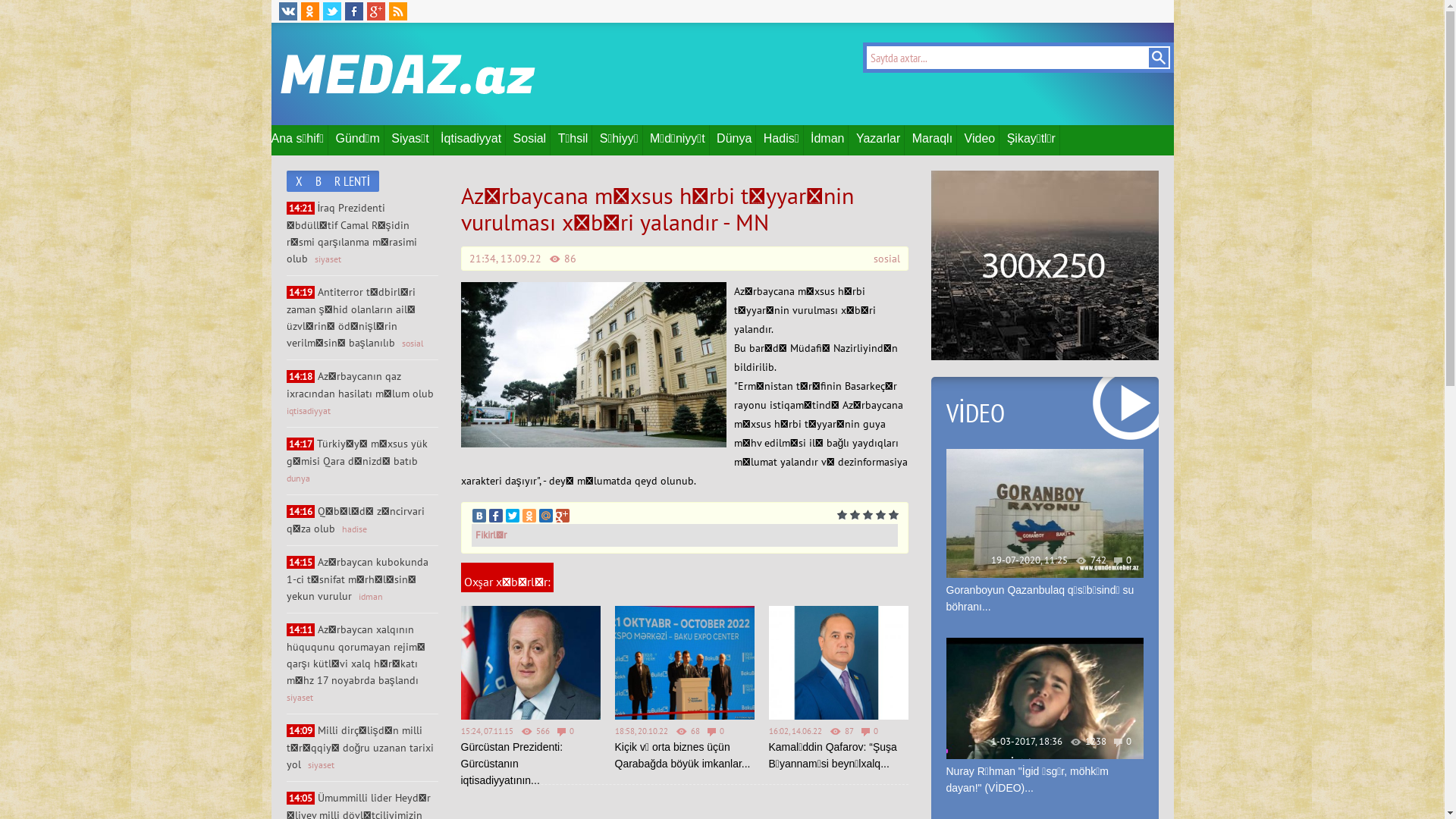 The image size is (1456, 819). What do you see at coordinates (893, 514) in the screenshot?
I see `'5'` at bounding box center [893, 514].